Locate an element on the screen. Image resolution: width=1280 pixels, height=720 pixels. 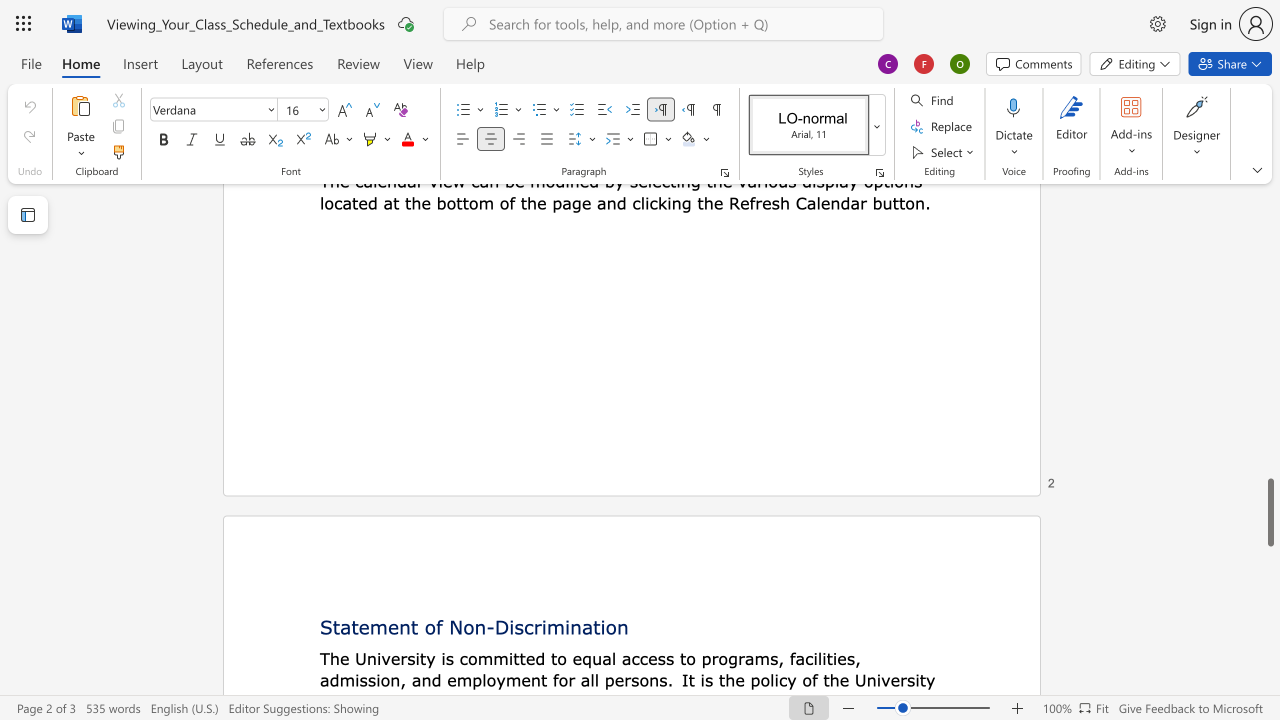
the scrollbar to move the page upward is located at coordinates (1269, 380).